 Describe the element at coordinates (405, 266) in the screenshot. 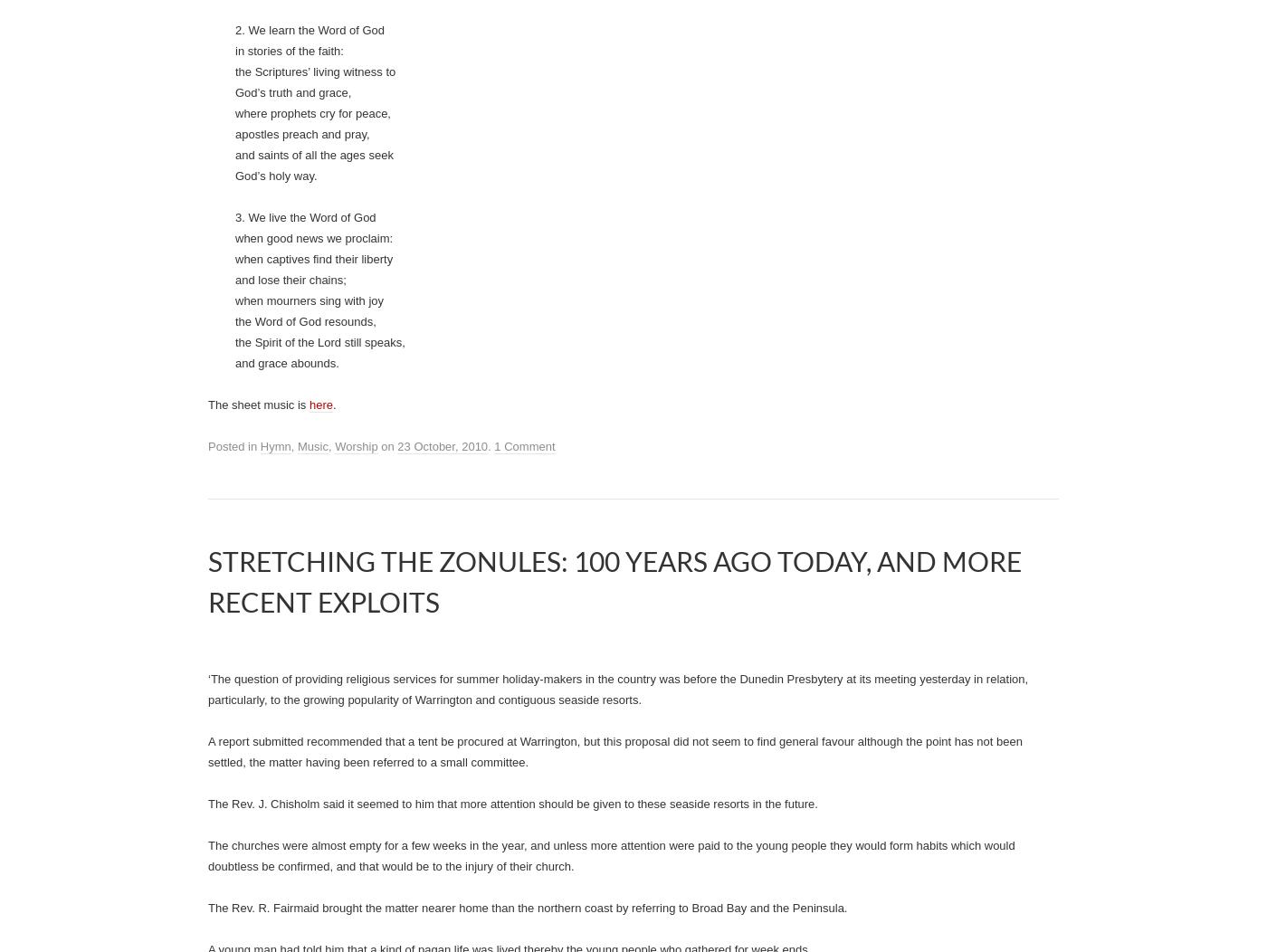

I see `'Holy Communion'` at that location.